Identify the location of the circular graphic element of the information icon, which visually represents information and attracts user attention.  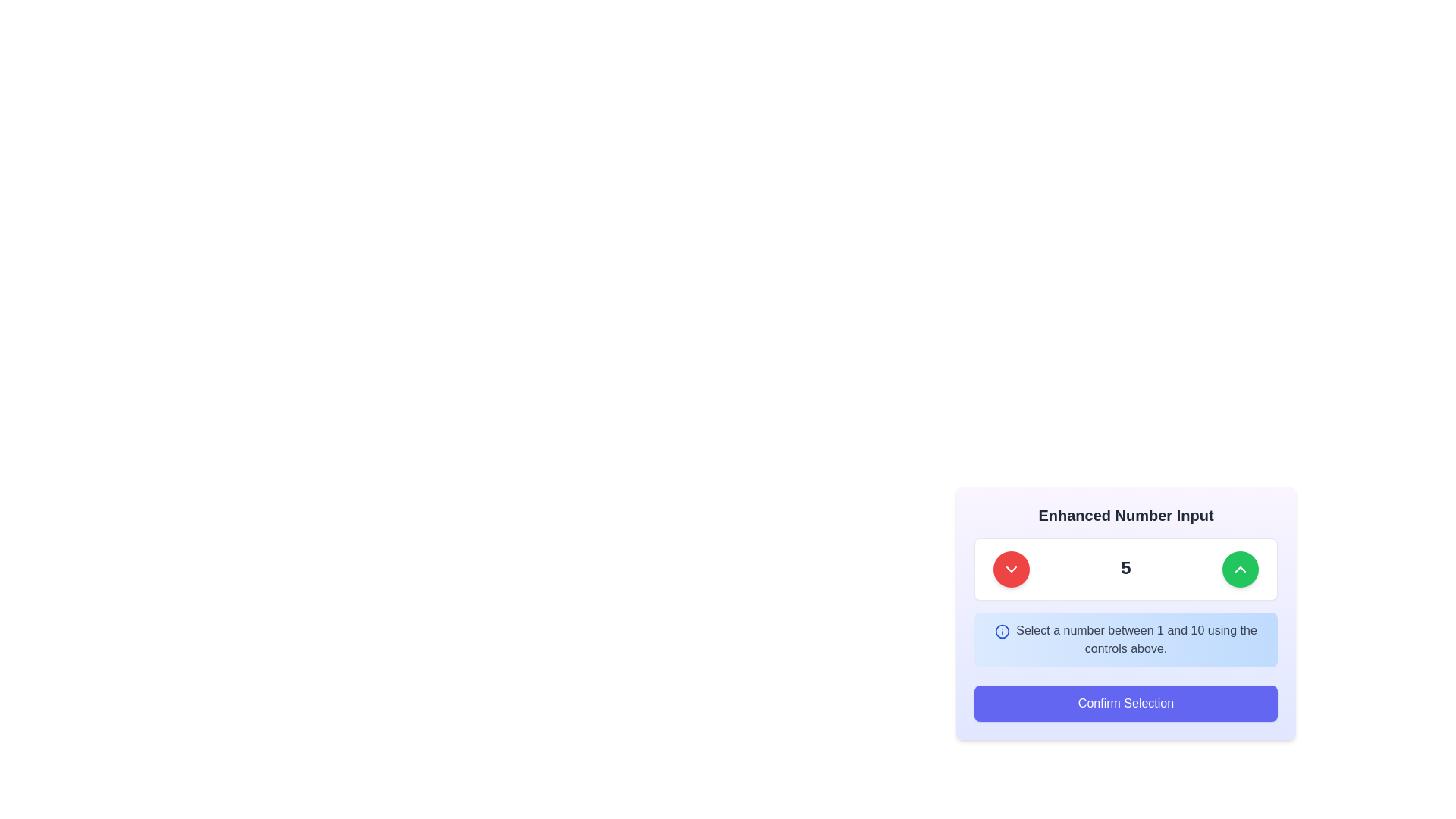
(1003, 631).